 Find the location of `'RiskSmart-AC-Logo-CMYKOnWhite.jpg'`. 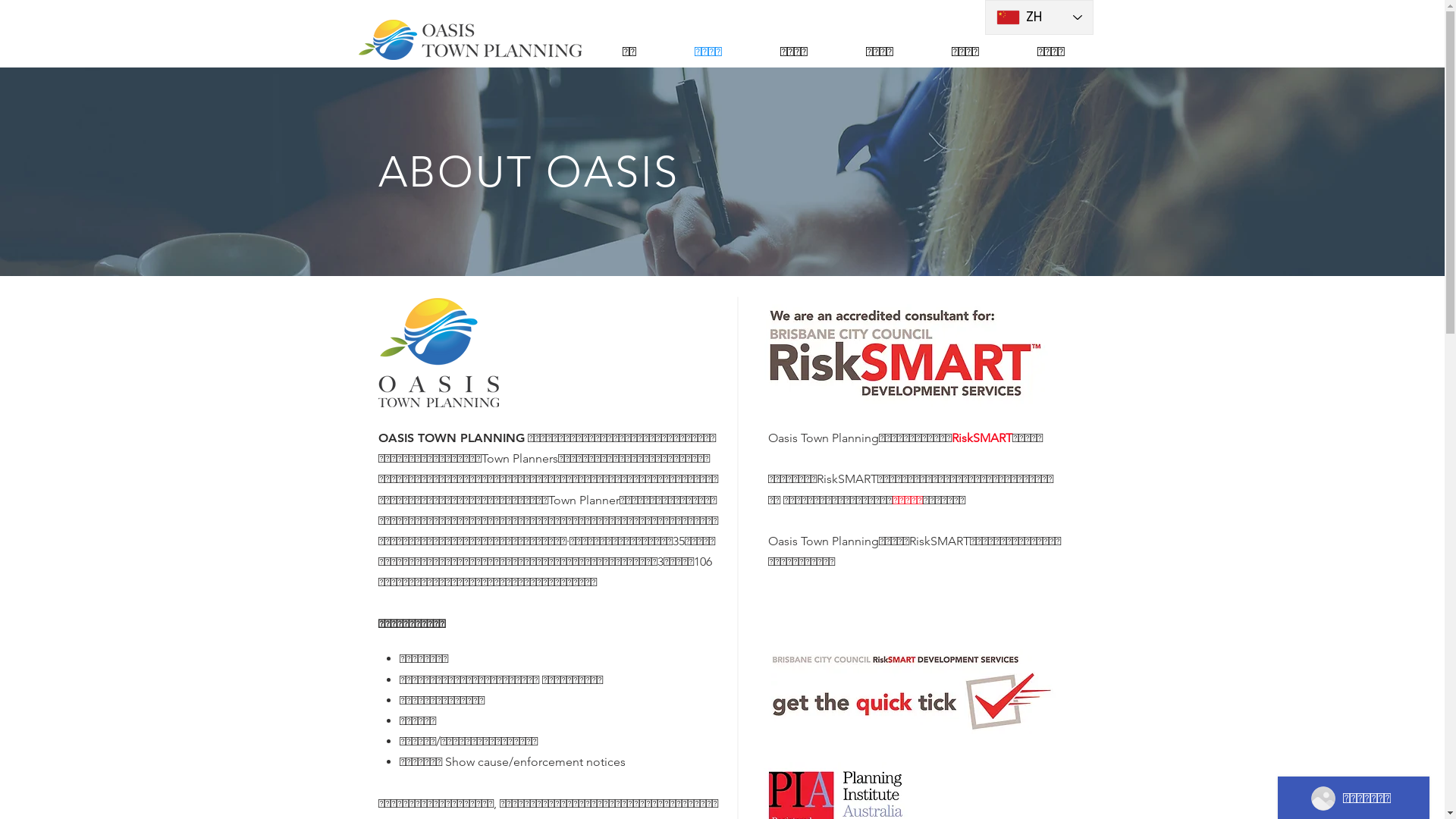

'RiskSmart-AC-Logo-CMYKOnWhite.jpg' is located at coordinates (901, 353).